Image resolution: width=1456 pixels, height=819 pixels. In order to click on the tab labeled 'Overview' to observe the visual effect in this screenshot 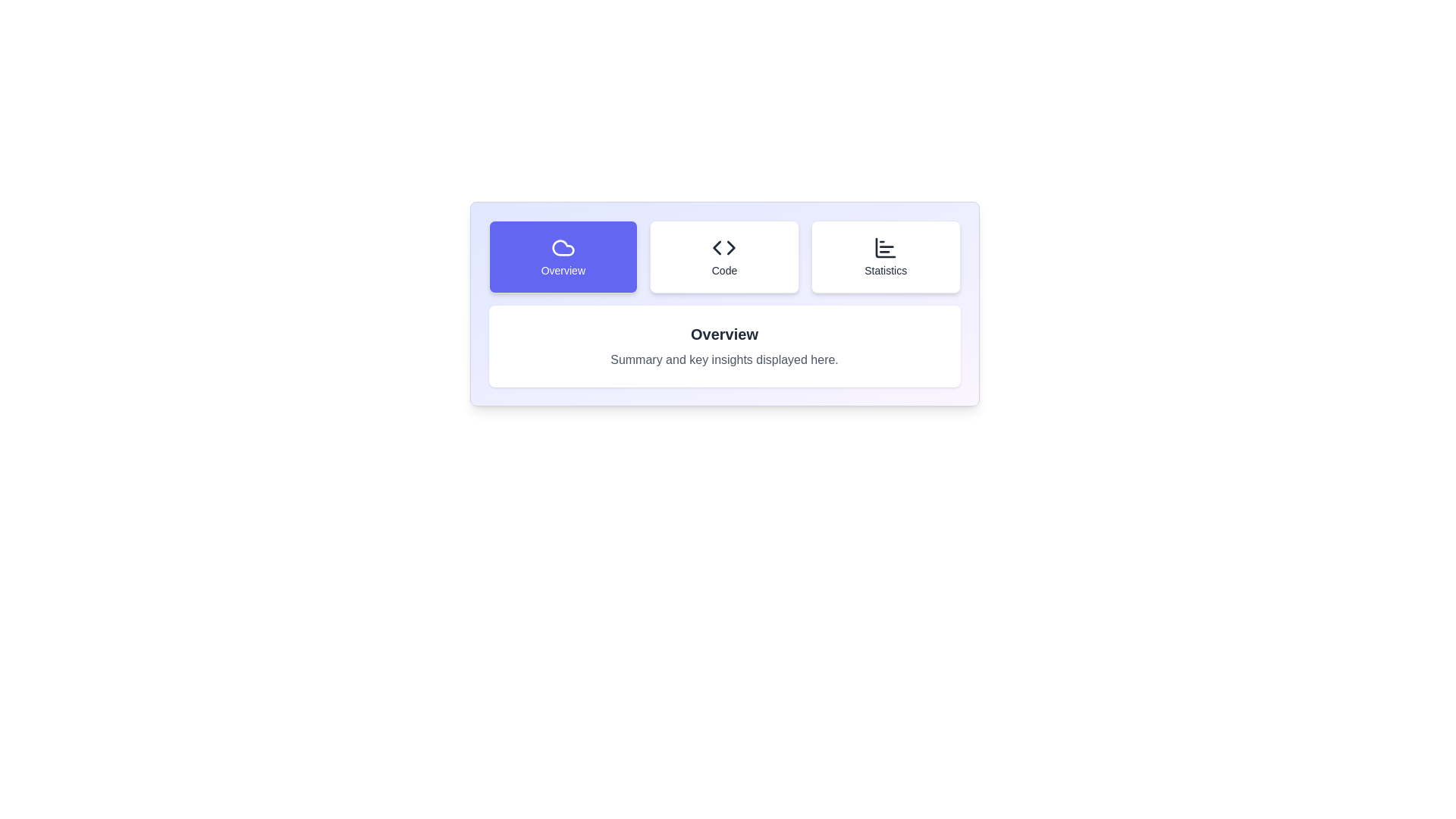, I will do `click(562, 256)`.